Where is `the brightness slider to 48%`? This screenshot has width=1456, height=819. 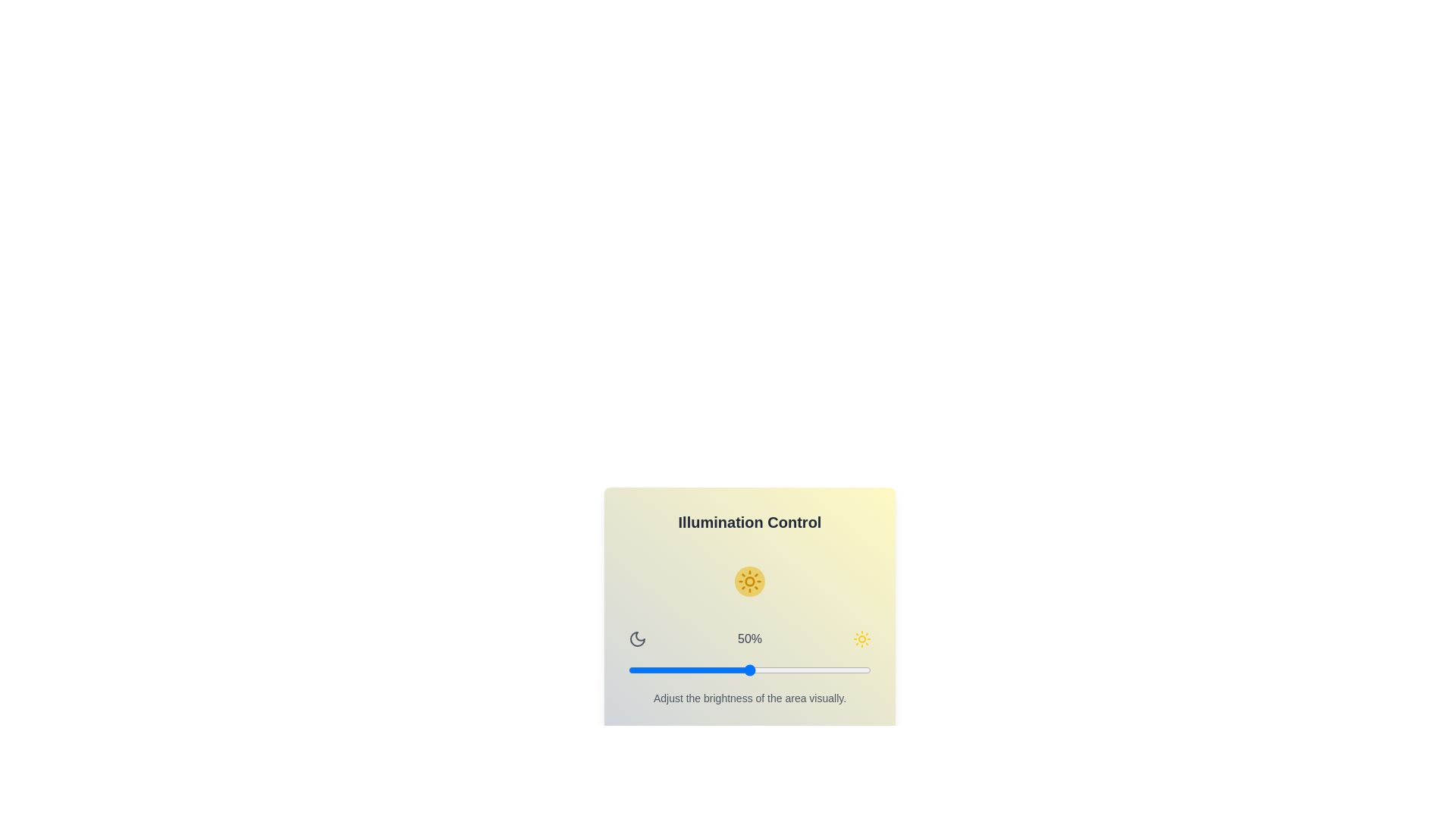 the brightness slider to 48% is located at coordinates (745, 669).